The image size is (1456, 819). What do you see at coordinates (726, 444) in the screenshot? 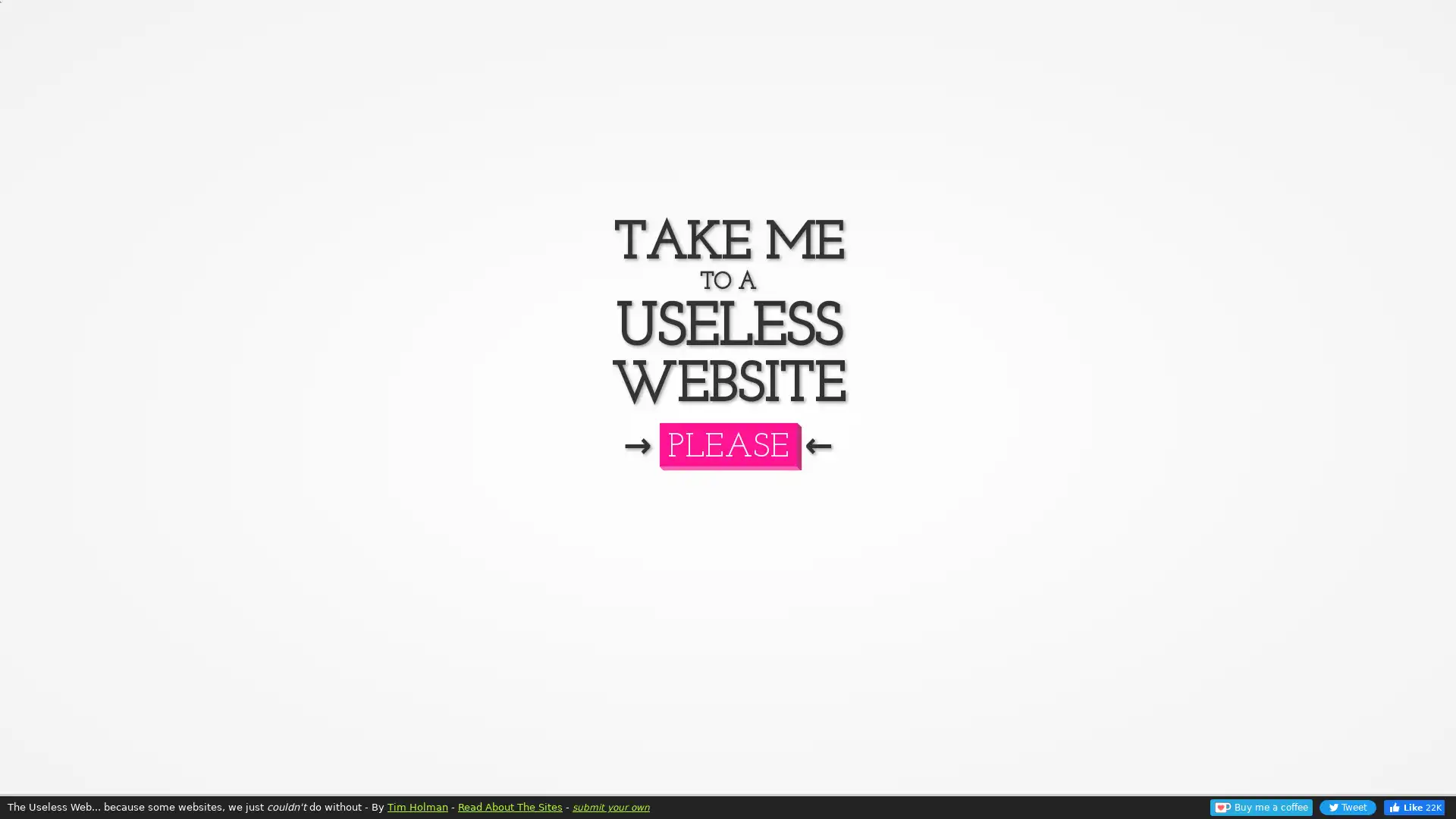
I see `PLEASE` at bounding box center [726, 444].